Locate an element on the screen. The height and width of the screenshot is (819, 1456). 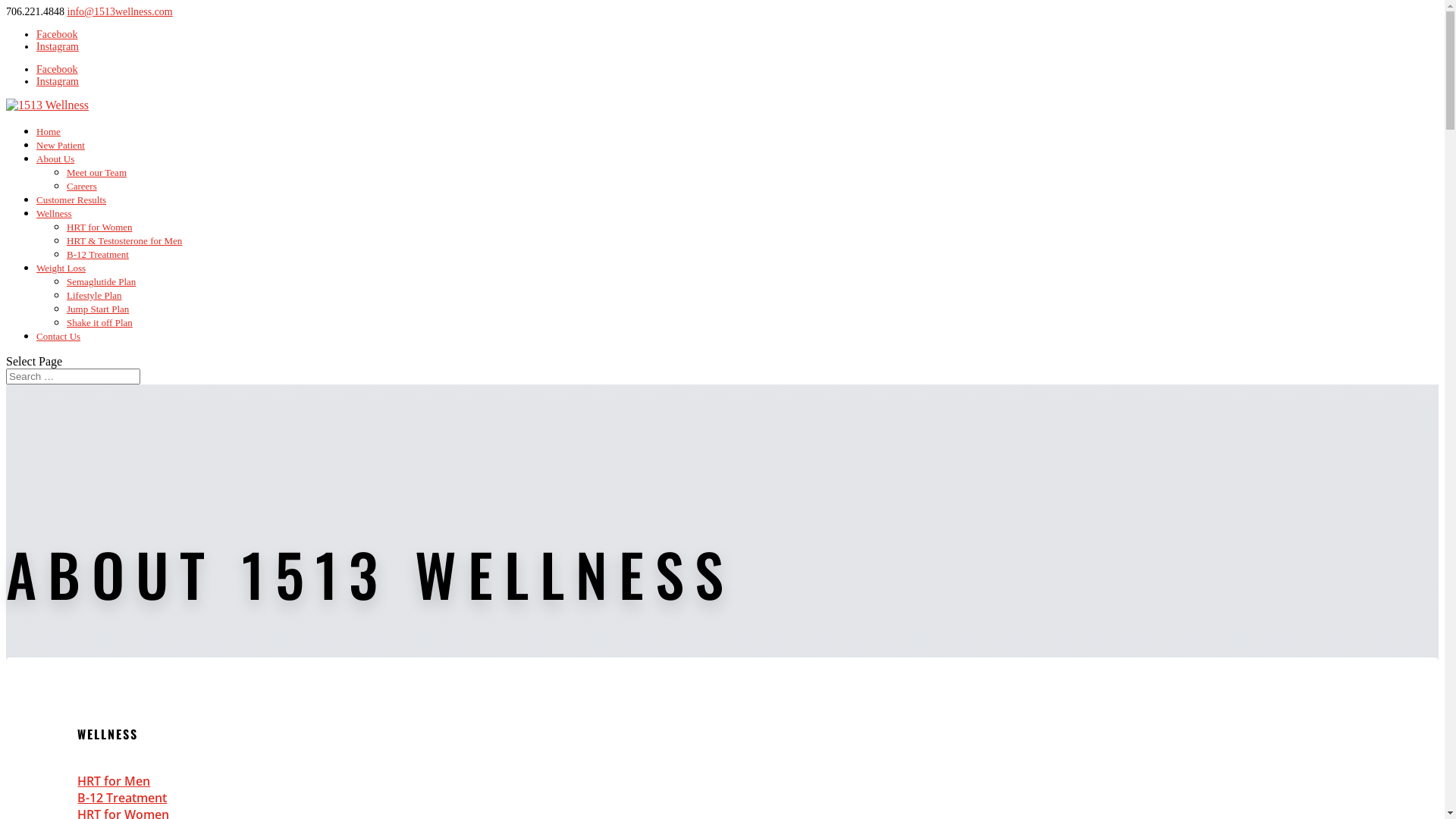
'About Us' is located at coordinates (55, 158).